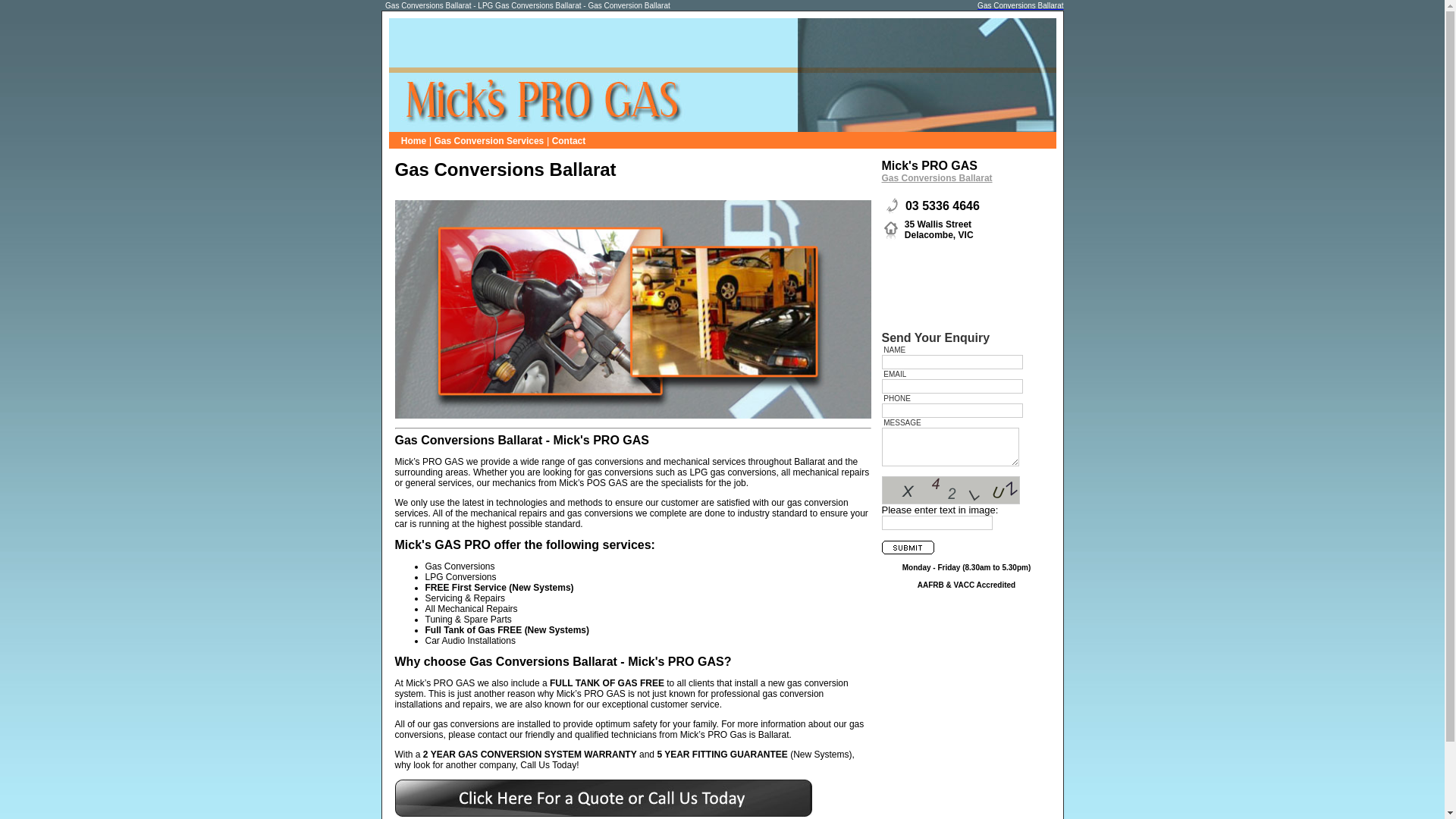 Image resolution: width=1456 pixels, height=819 pixels. I want to click on 'Contact', so click(568, 140).